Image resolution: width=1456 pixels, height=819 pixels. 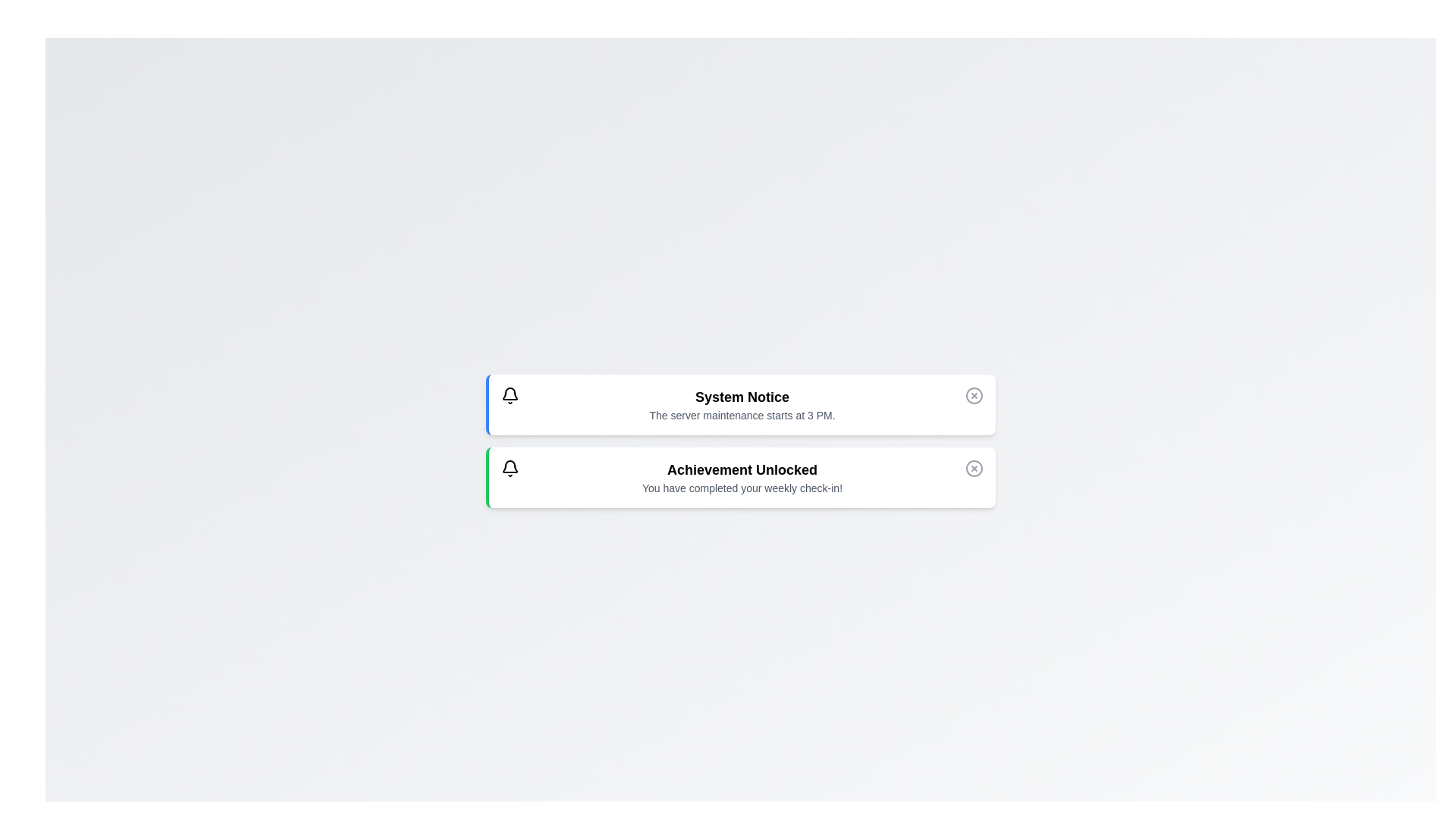 I want to click on the notification bar to read its details, so click(x=741, y=403).